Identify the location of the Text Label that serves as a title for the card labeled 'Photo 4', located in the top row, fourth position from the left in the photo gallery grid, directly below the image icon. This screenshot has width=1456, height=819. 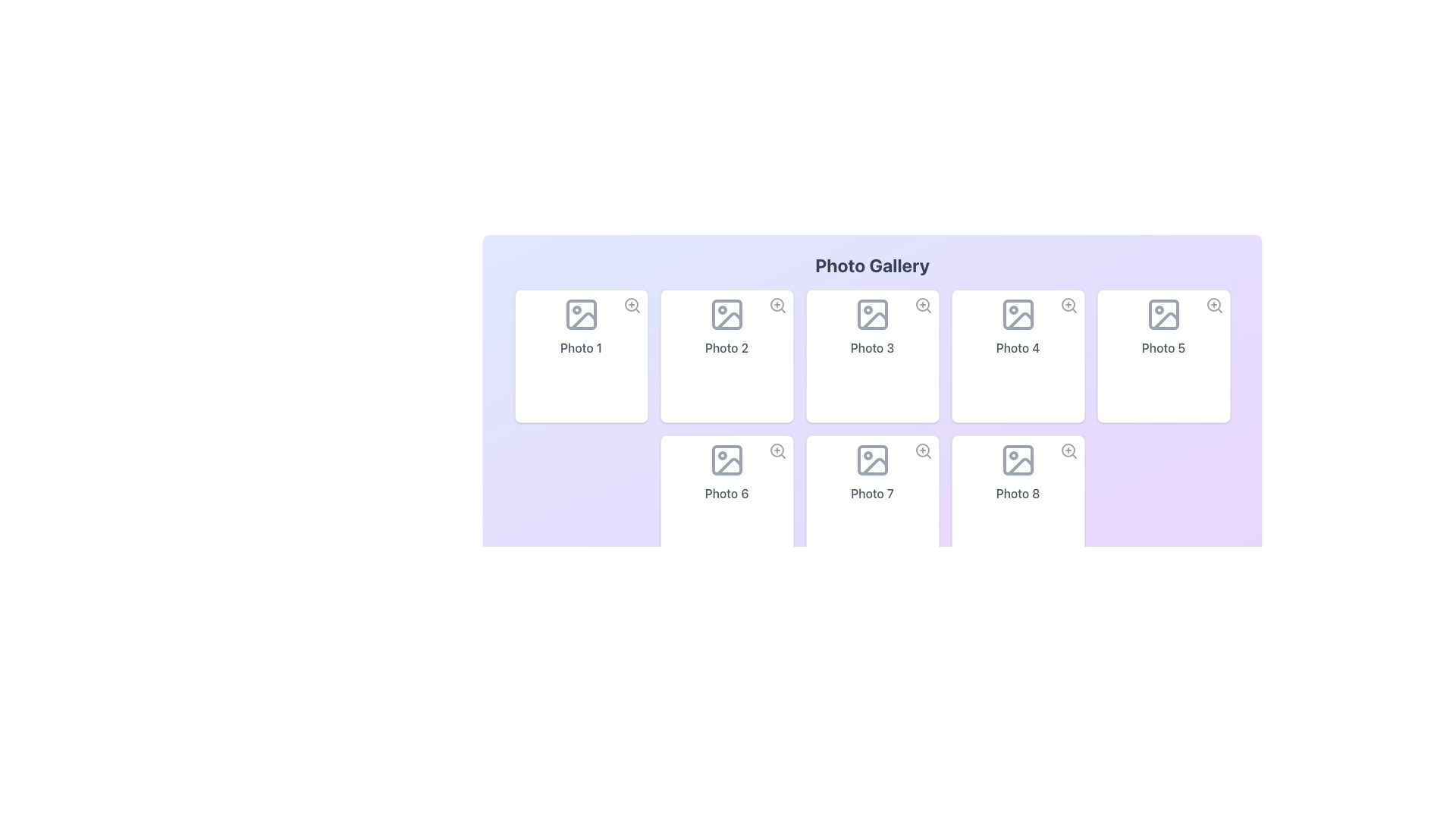
(1018, 348).